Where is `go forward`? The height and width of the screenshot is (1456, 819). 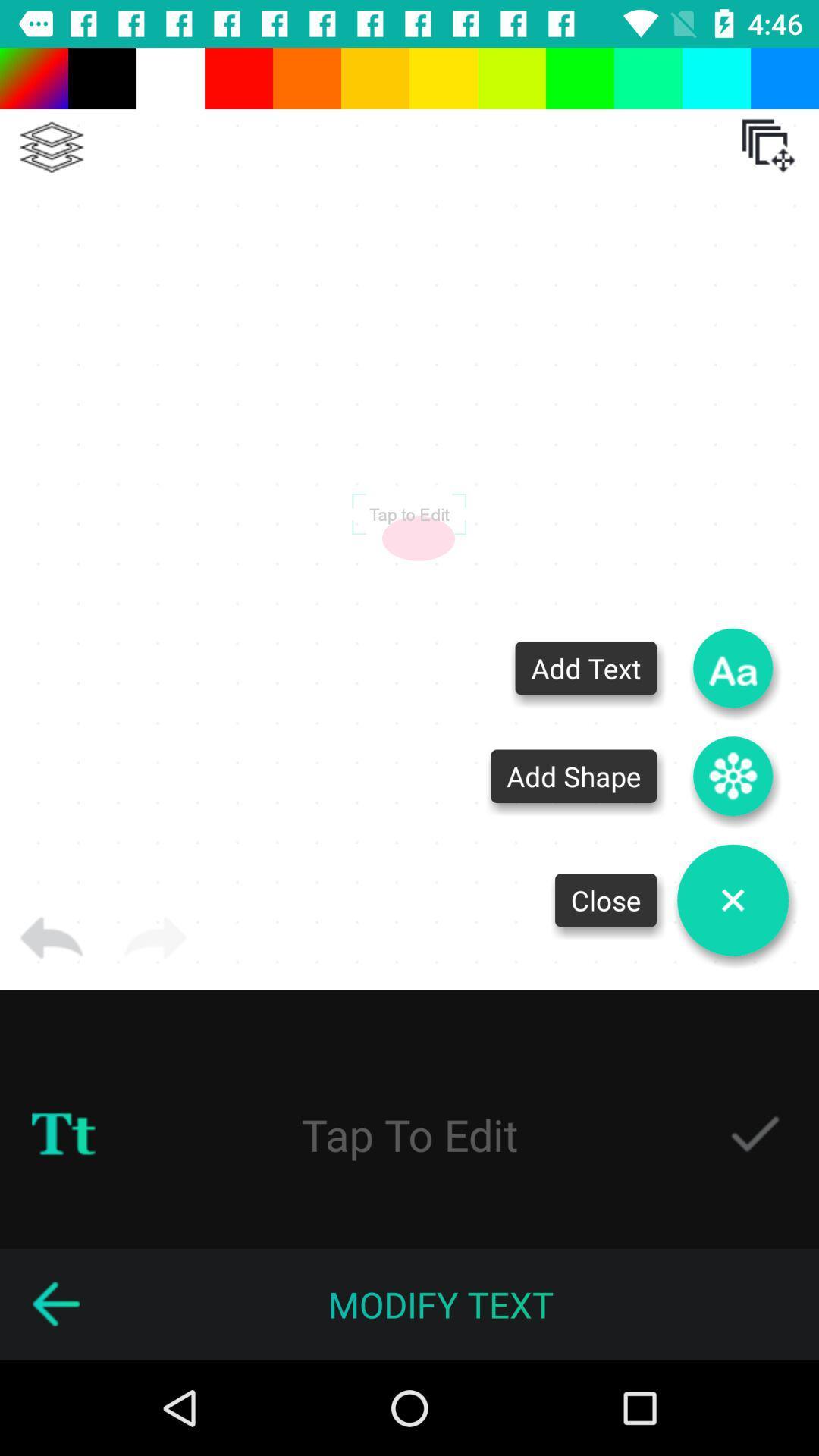
go forward is located at coordinates (155, 937).